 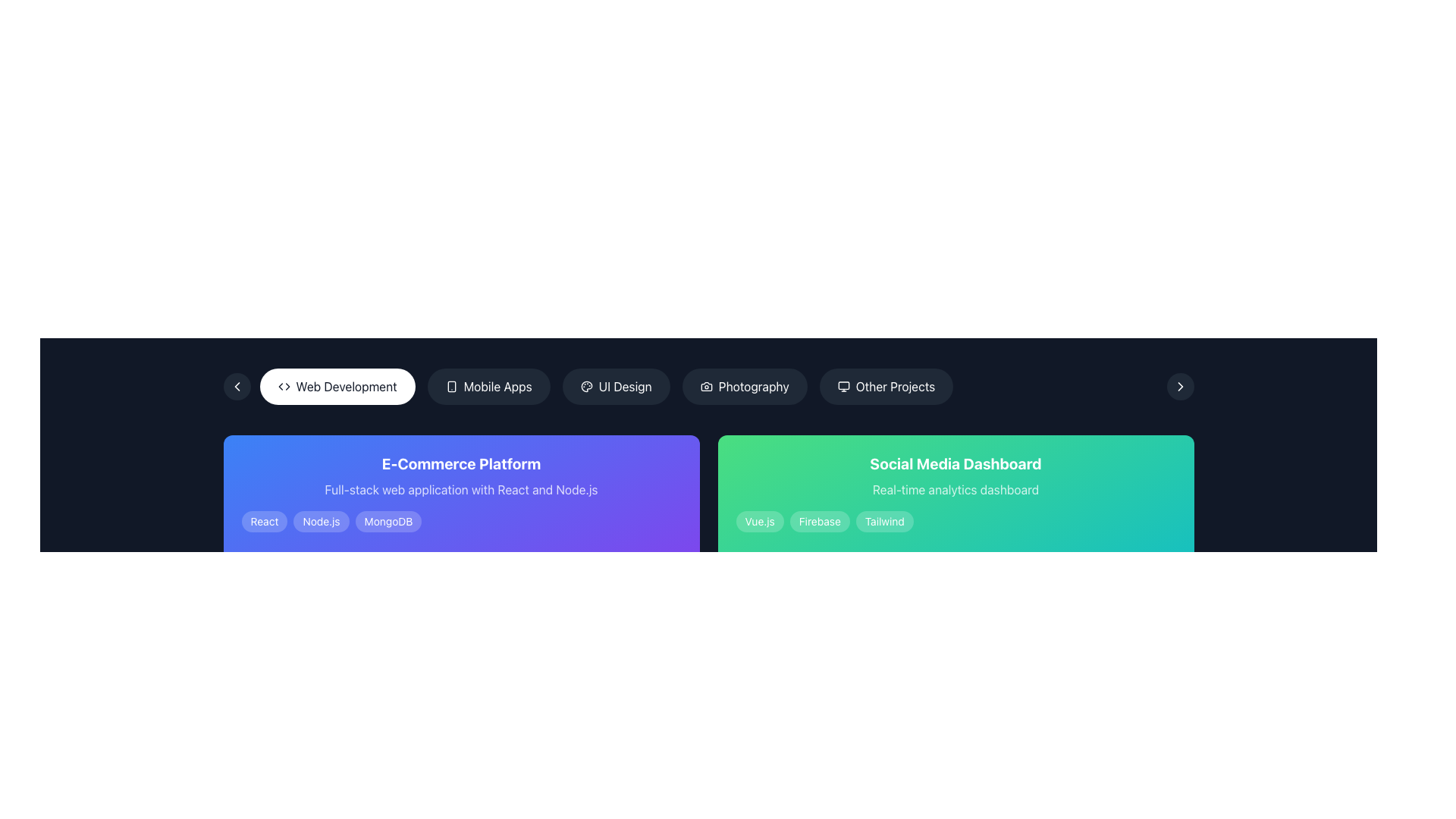 What do you see at coordinates (497, 385) in the screenshot?
I see `the 'Mobile Apps' text label within the navigation button` at bounding box center [497, 385].